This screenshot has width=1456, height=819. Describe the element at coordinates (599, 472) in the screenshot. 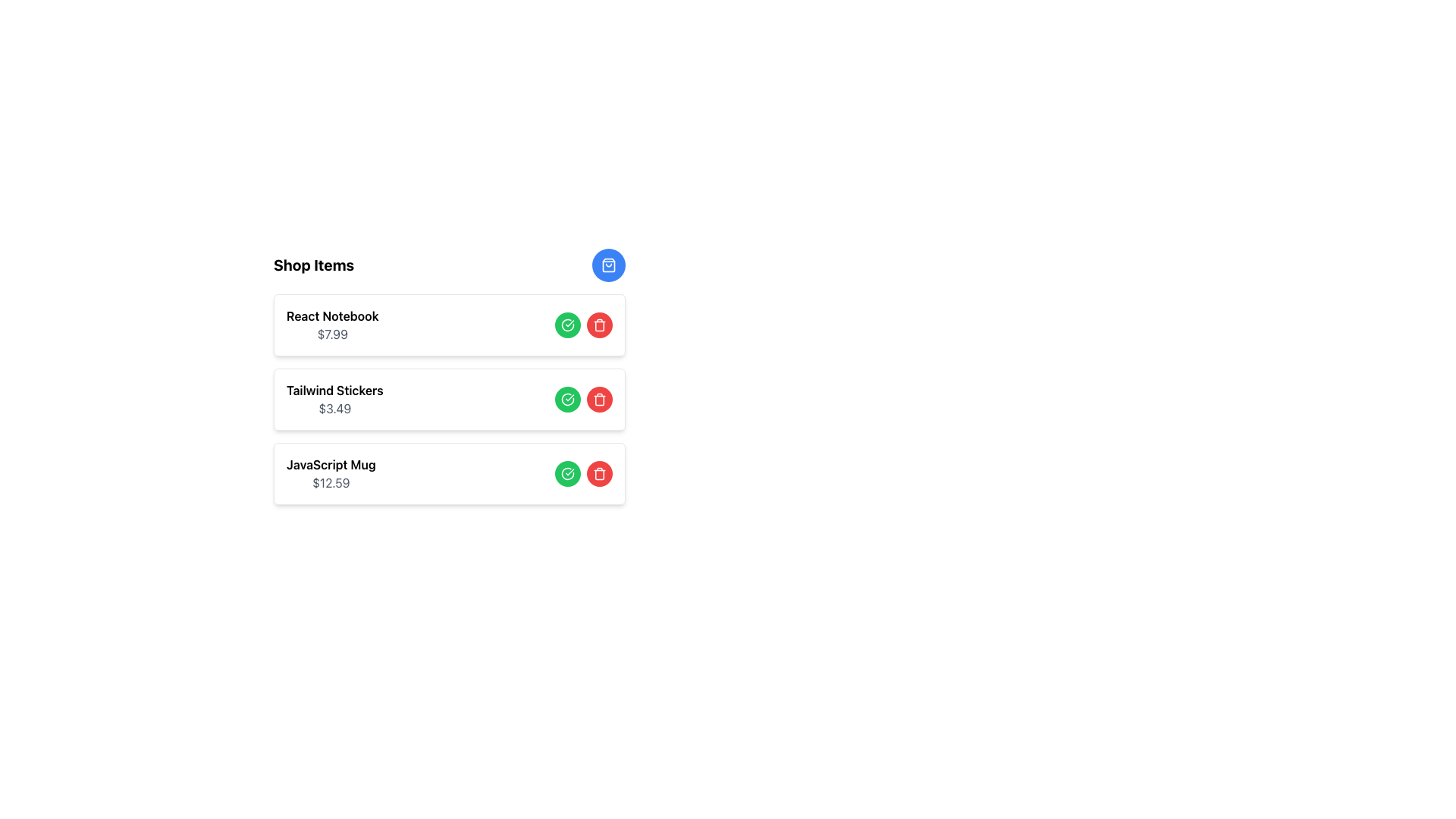

I see `the small circular red button with a white trash icon, which is the second button to the right of the green circular button with a checkmark icon, to observe any tooltip or interaction effect` at that location.